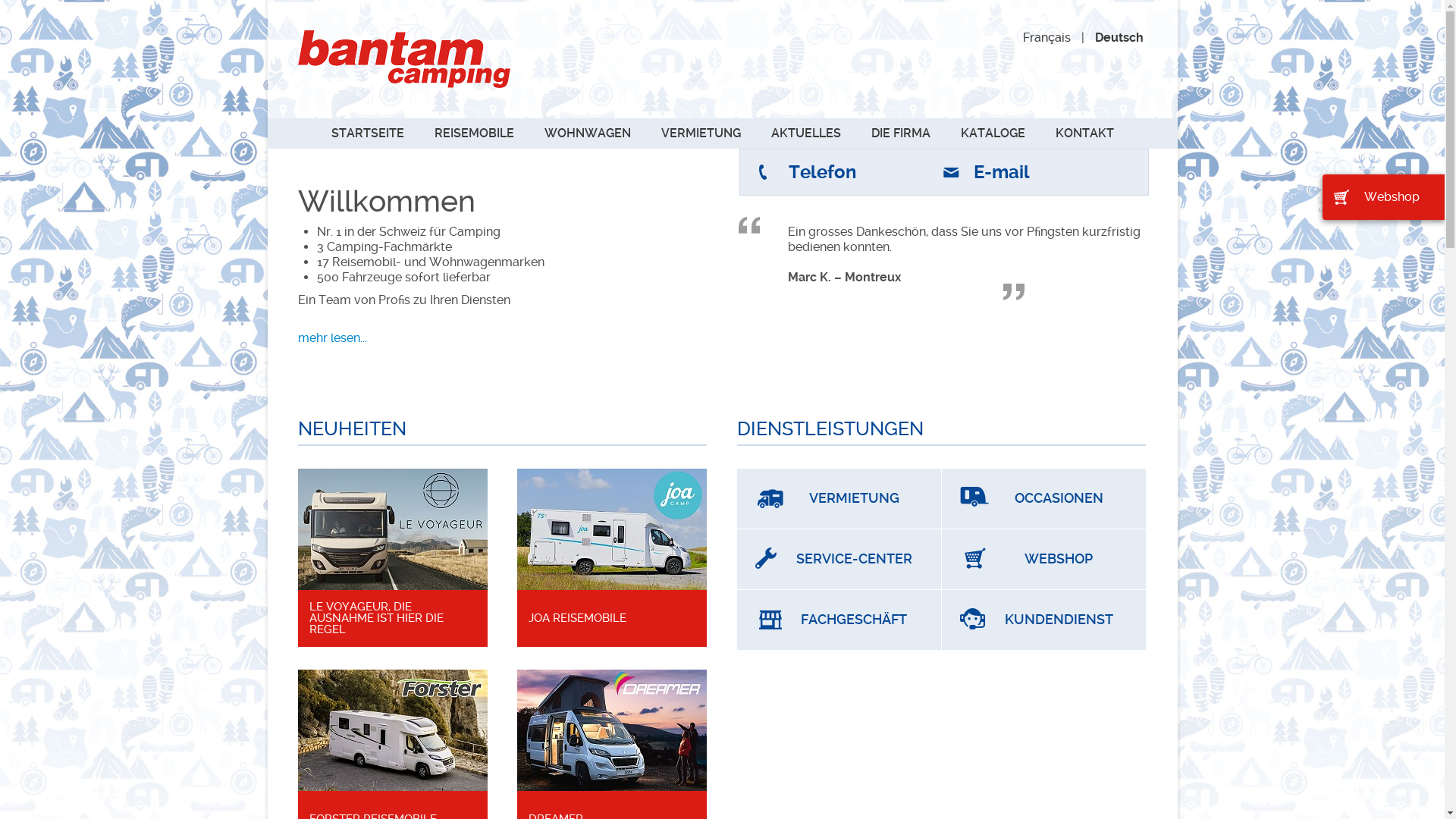 The width and height of the screenshot is (1456, 819). I want to click on 'LE VOYAGEUR, DIE AUSNAHME IST HIER DIE REGEL', so click(393, 619).